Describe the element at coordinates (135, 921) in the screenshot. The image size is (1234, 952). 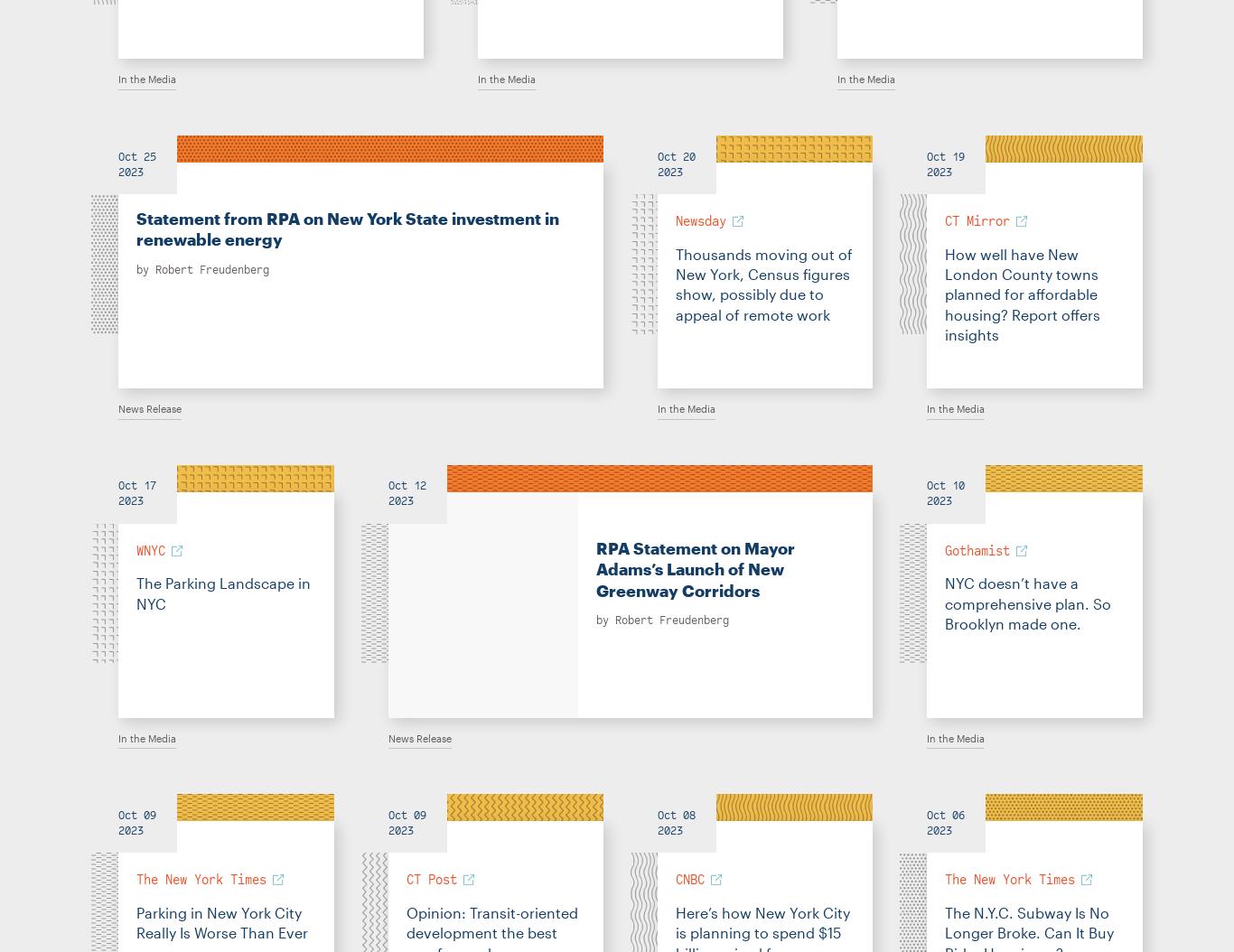
I see `'Parking in New York City Really Is Worse Than Ever'` at that location.